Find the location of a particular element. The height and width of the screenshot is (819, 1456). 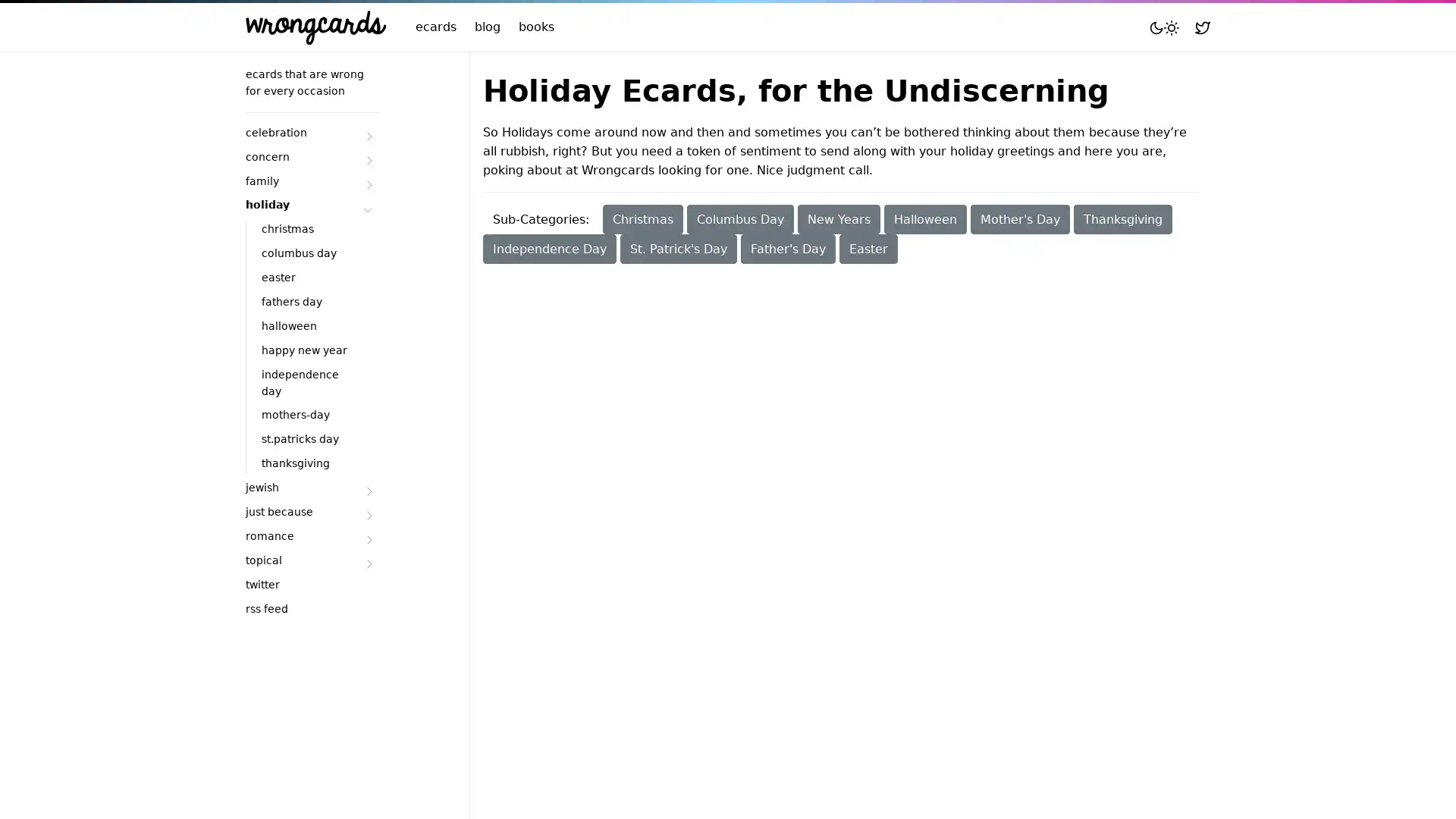

Submenu is located at coordinates (367, 538).